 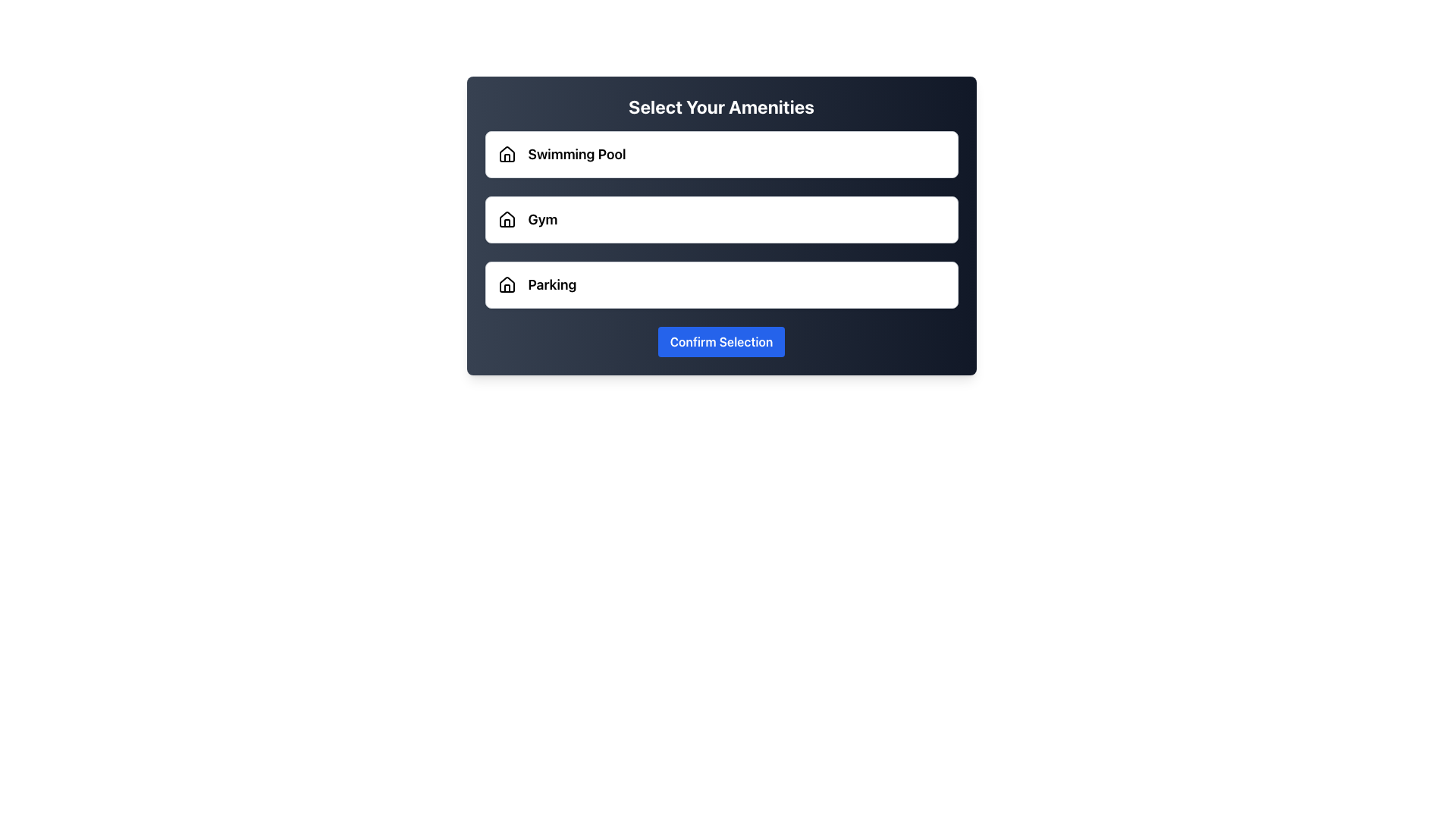 I want to click on the 'Gym' text label, which is the second selectable option in a vertical list within a modal dialog, helping users identify the gym selection among other amenities, so click(x=542, y=219).